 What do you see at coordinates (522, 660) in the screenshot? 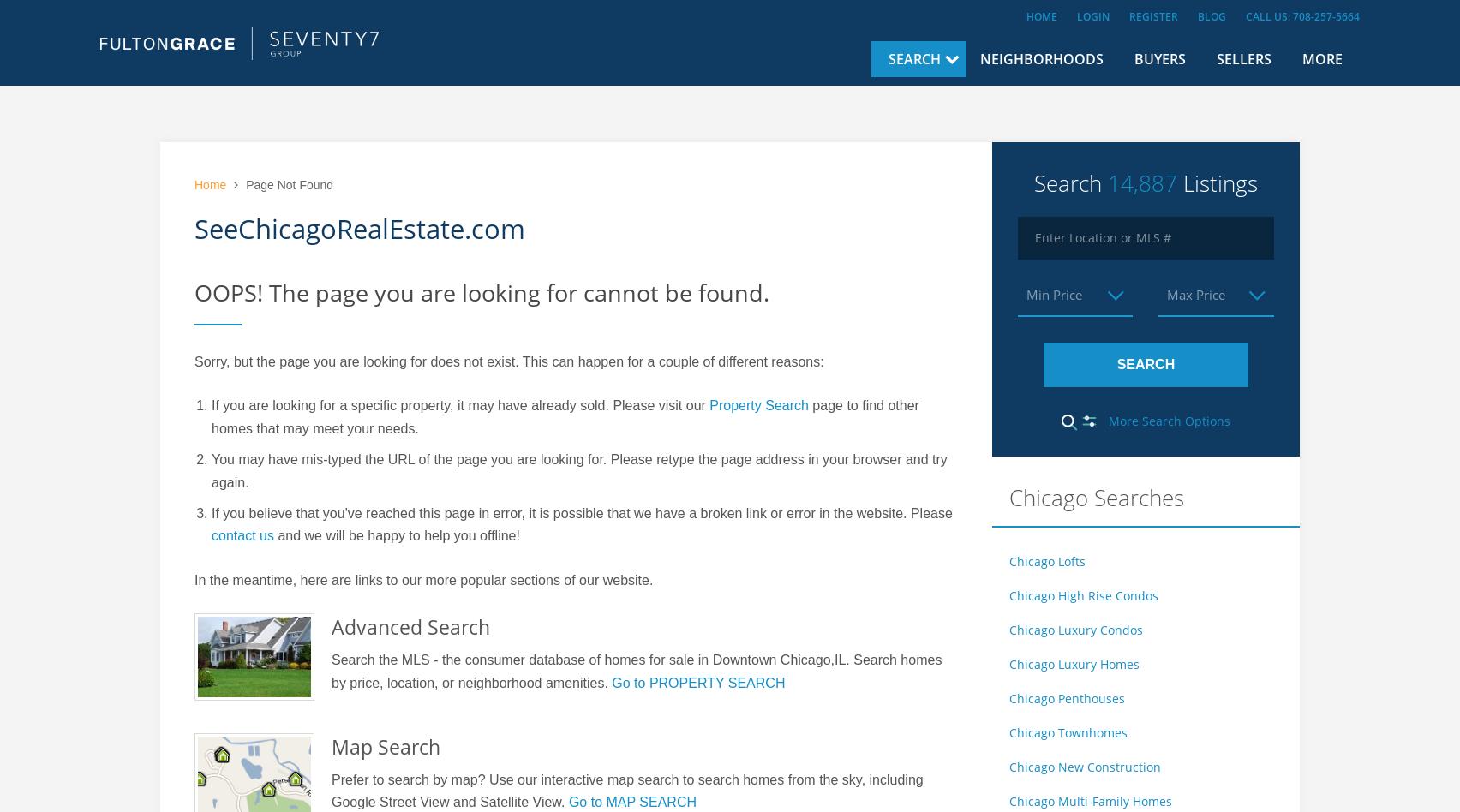
I see `'Search the MLS - the consumer database of homes for sale in'` at bounding box center [522, 660].